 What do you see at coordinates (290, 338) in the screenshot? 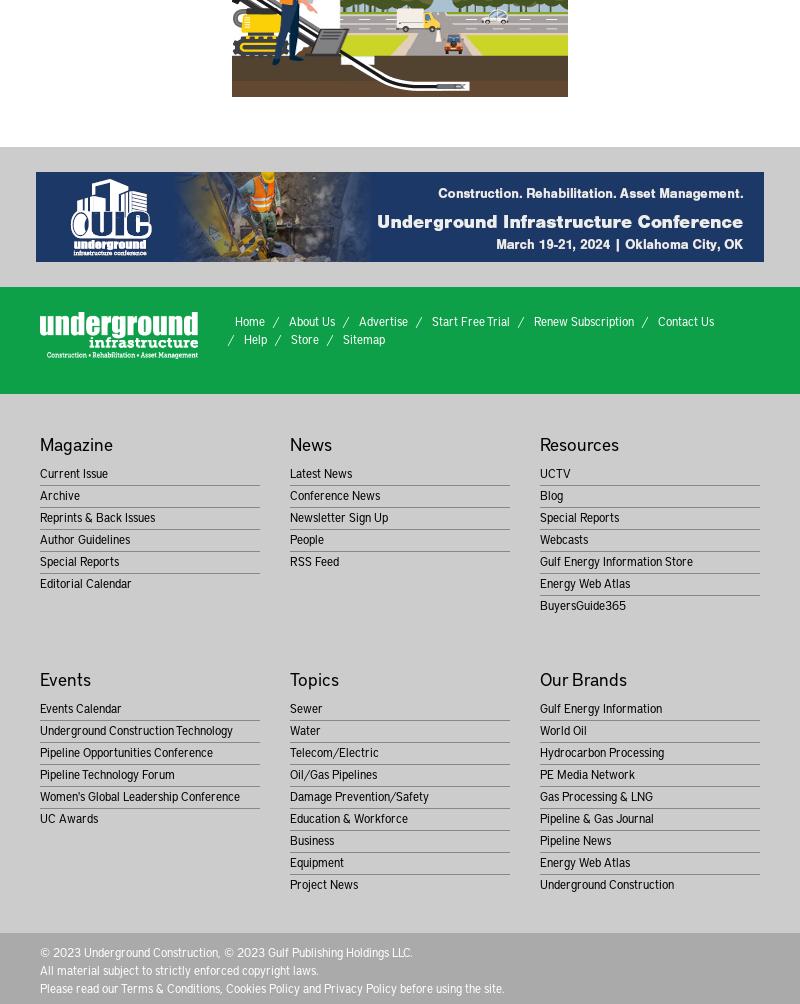
I see `'Store'` at bounding box center [290, 338].